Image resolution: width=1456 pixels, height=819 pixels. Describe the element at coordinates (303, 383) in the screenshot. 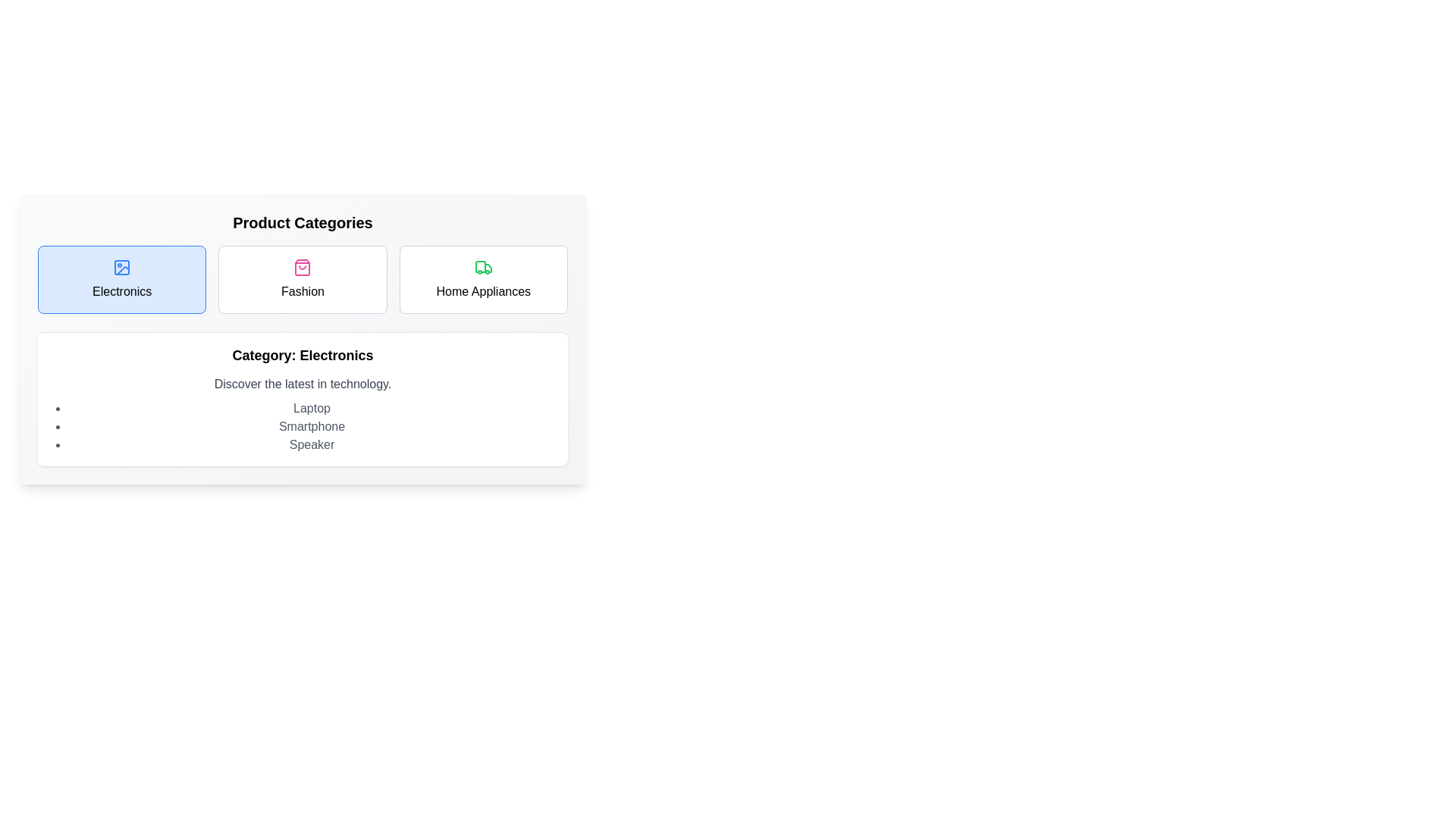

I see `the text label providing additional information about the 'Electronics' category, located directly below the section heading` at that location.